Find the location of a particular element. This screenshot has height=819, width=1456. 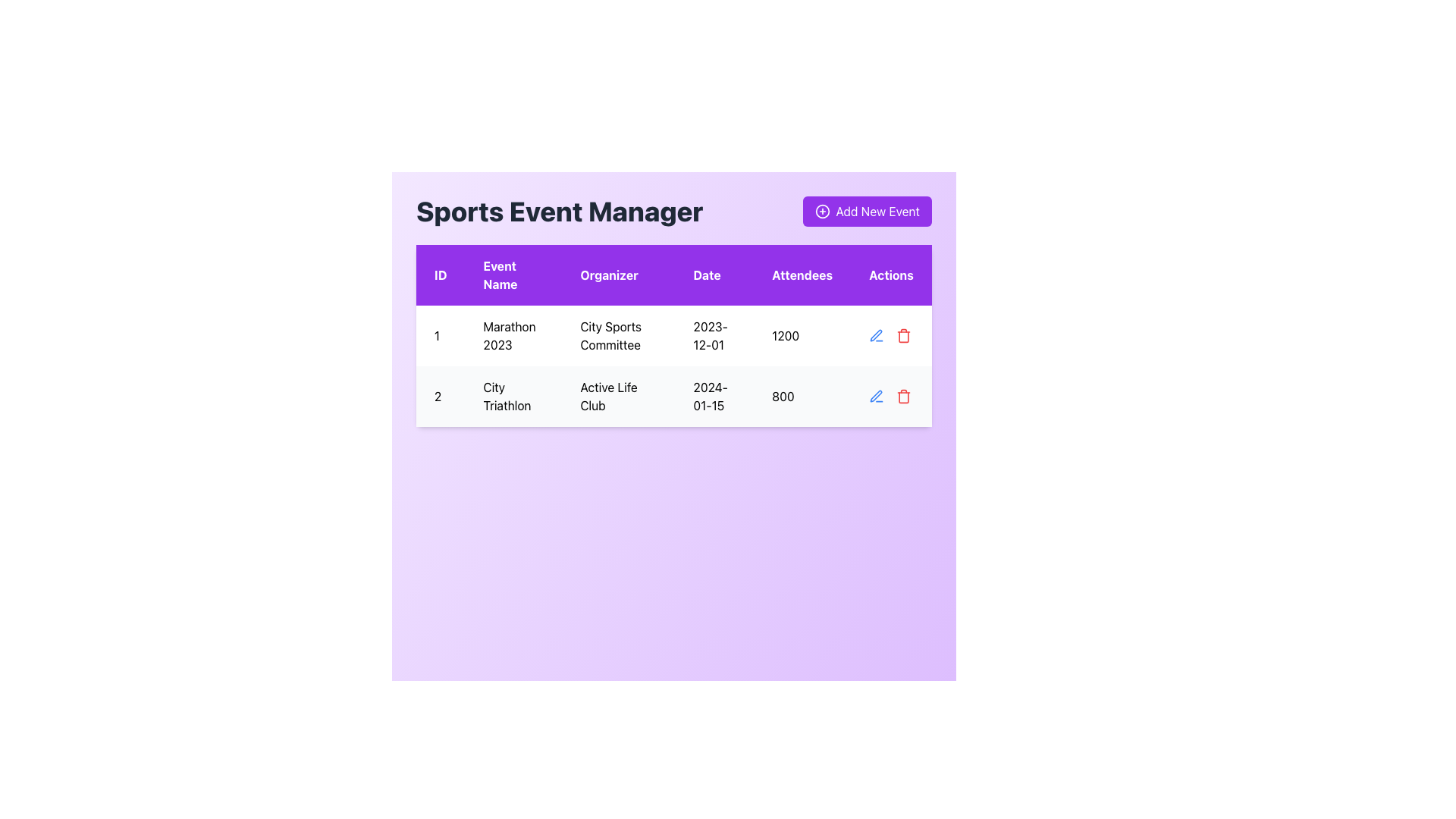

text from the Table Cell displaying 'City Sports Committee' in the third column of the first row under the 'Organizer' header is located at coordinates (619, 335).